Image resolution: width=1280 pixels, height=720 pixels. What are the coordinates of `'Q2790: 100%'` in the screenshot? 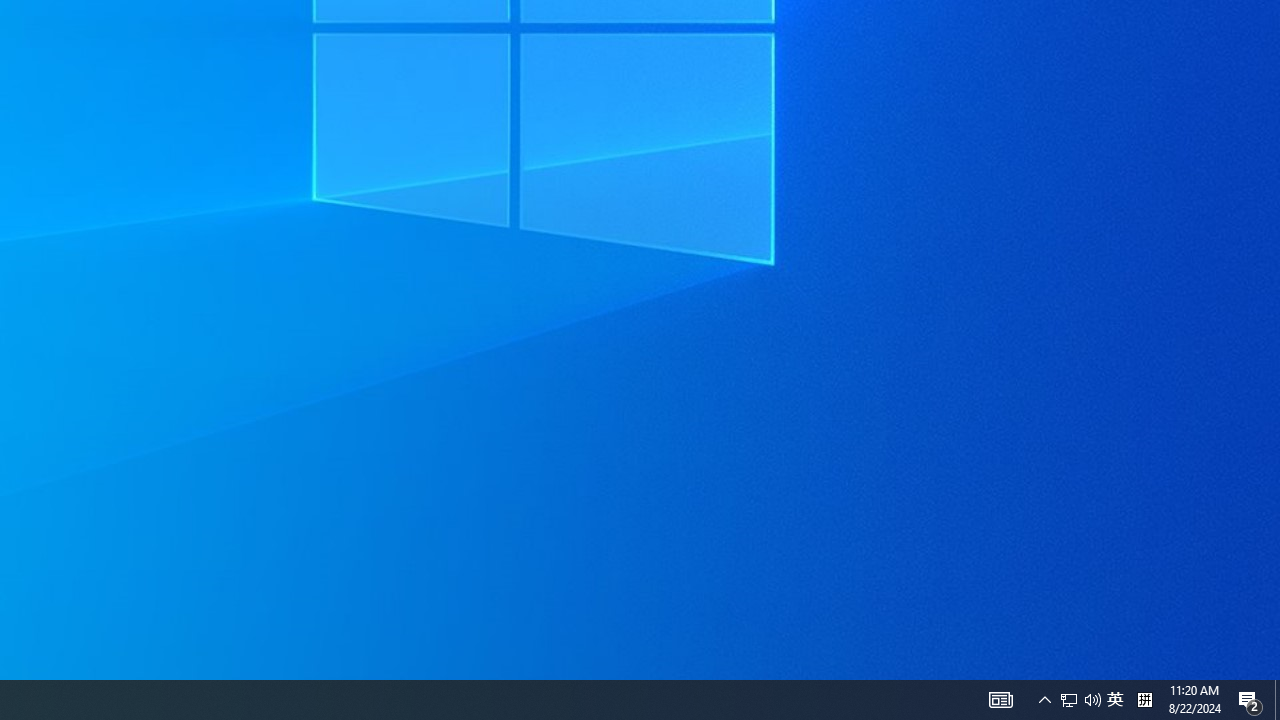 It's located at (1044, 698).